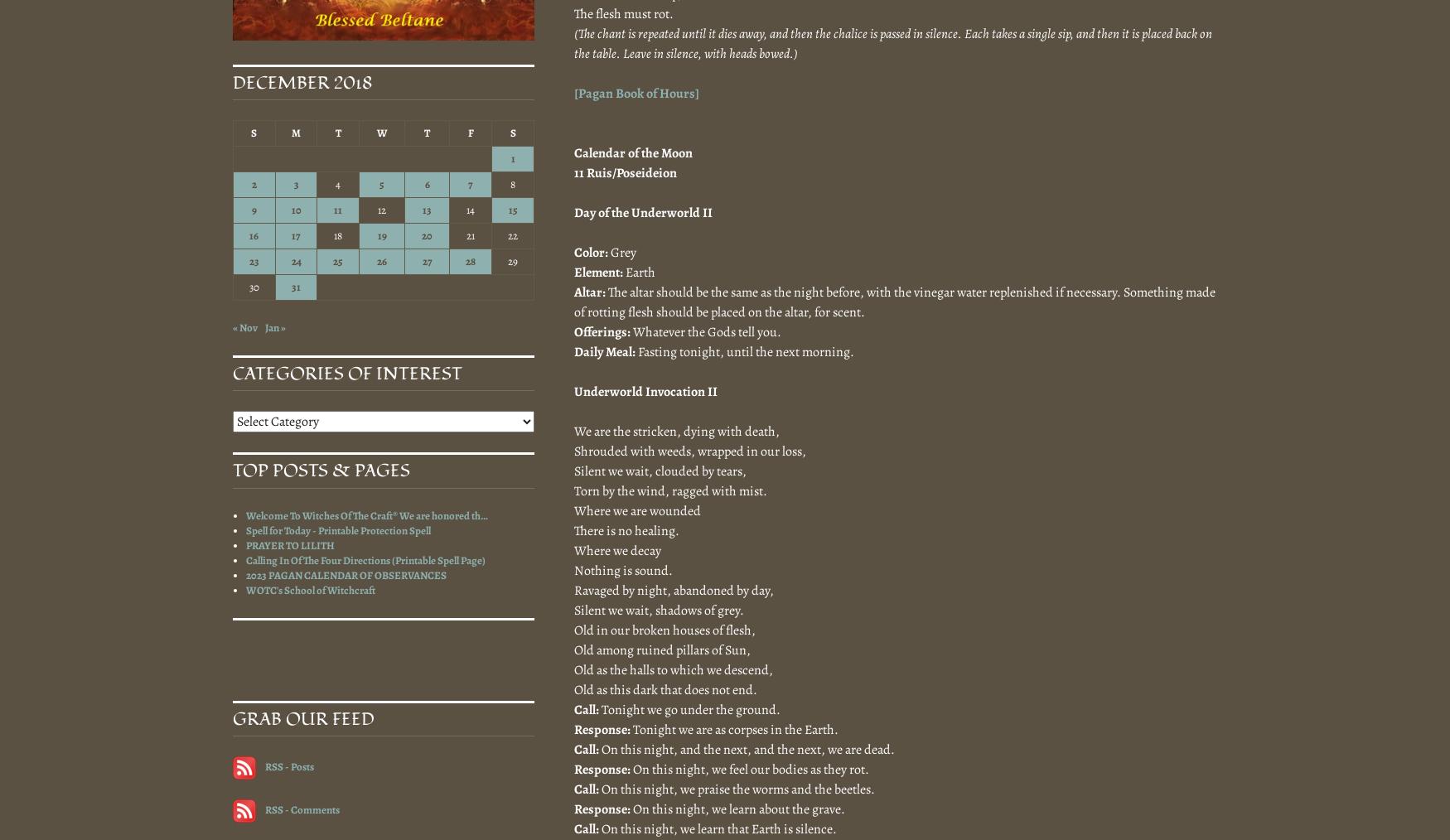 The image size is (1450, 840). Describe the element at coordinates (365, 559) in the screenshot. I see `'Calling In Of The Four Directions (Printable Spell Page)'` at that location.